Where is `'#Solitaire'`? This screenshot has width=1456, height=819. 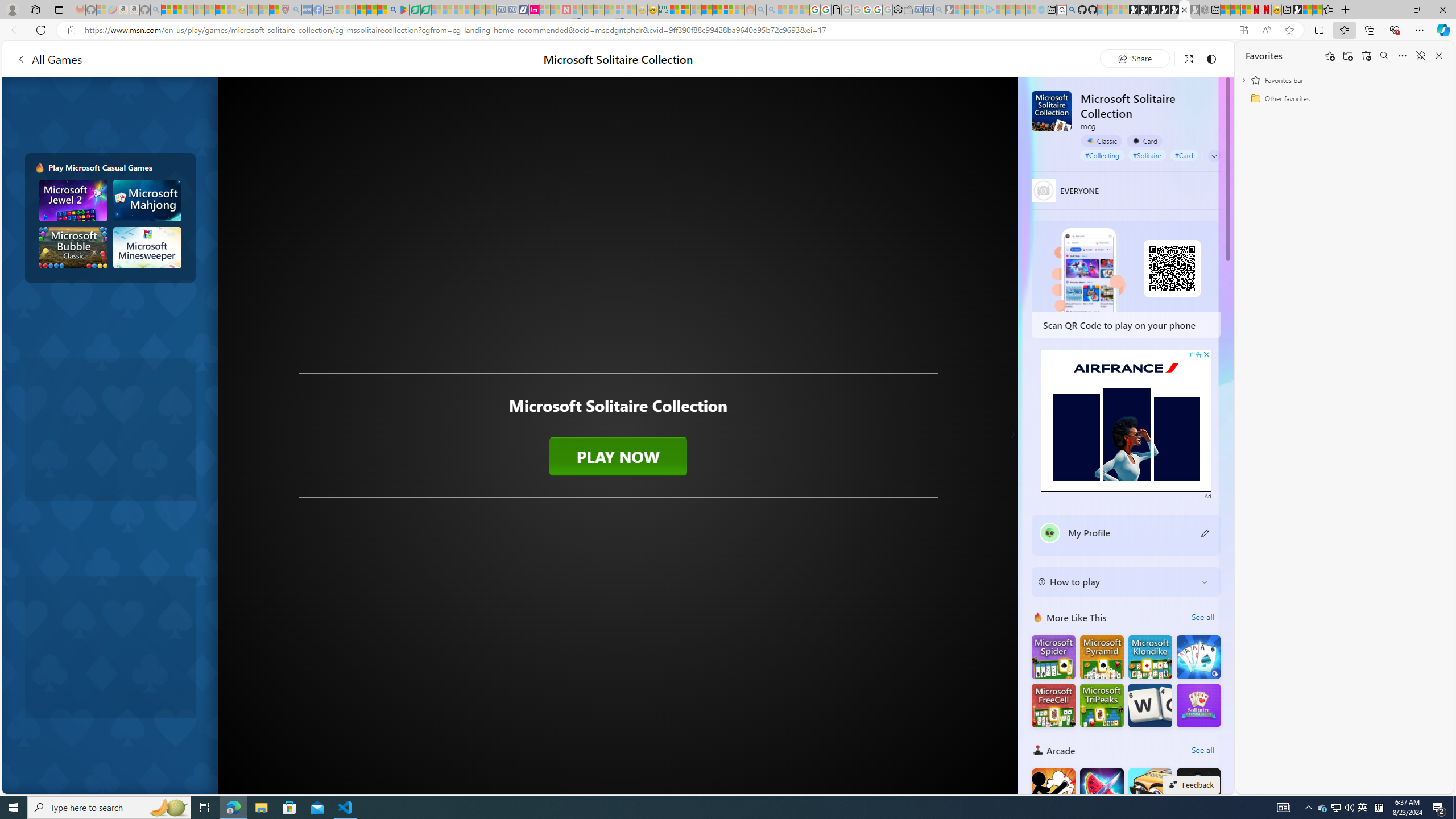
'#Solitaire' is located at coordinates (1147, 155).